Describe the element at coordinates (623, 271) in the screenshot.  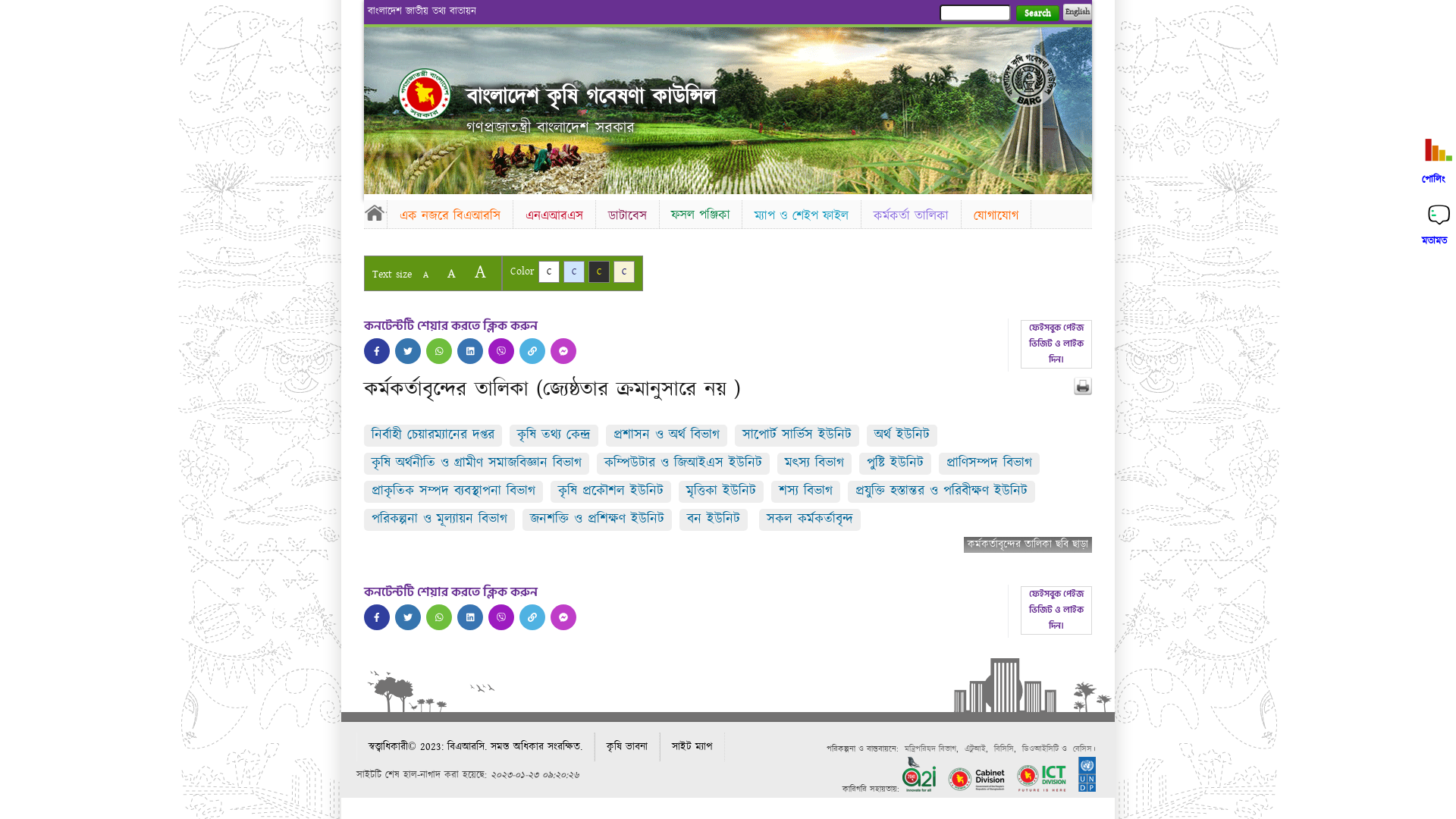
I see `'C'` at that location.